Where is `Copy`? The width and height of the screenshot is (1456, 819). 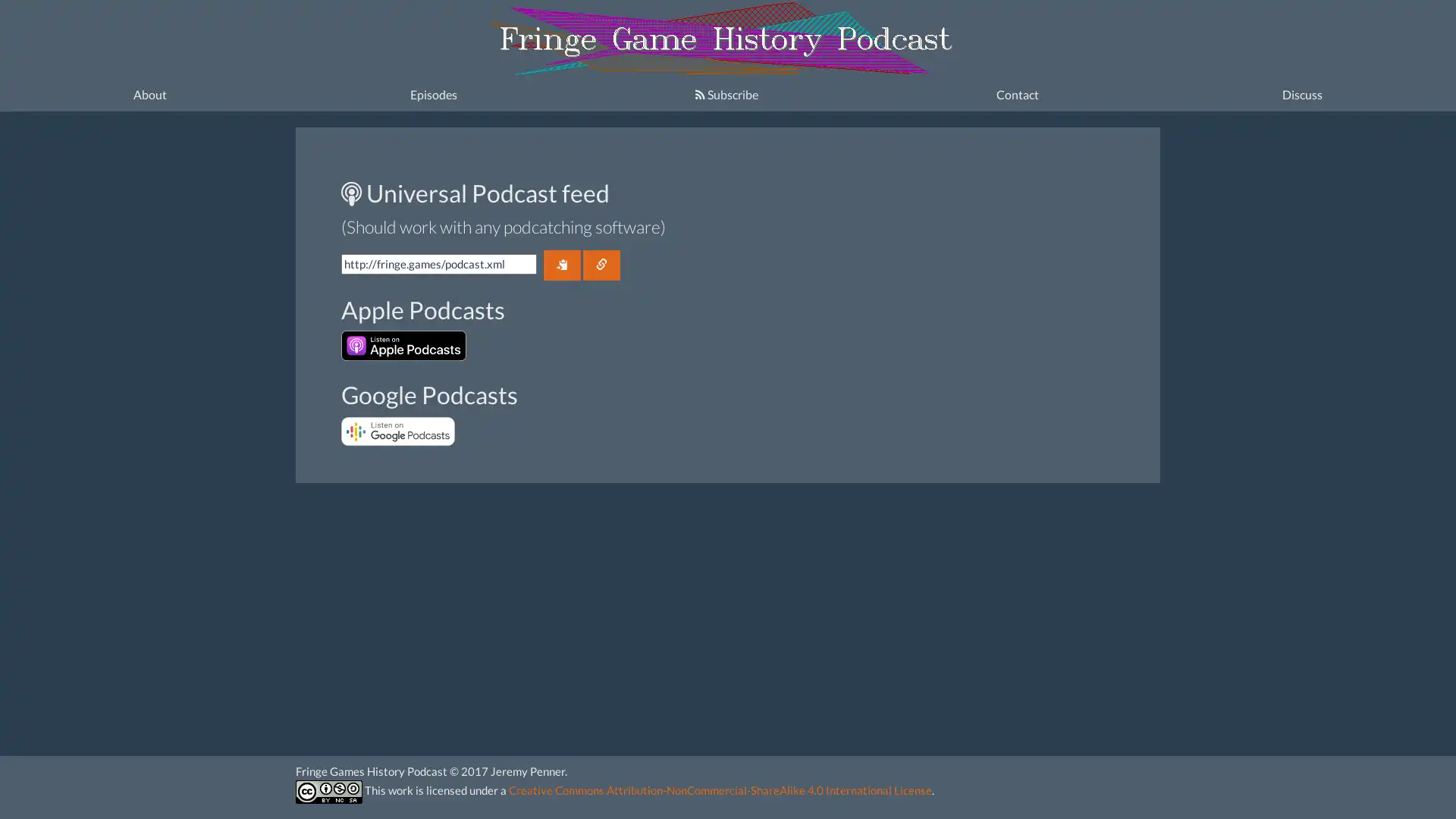
Copy is located at coordinates (561, 264).